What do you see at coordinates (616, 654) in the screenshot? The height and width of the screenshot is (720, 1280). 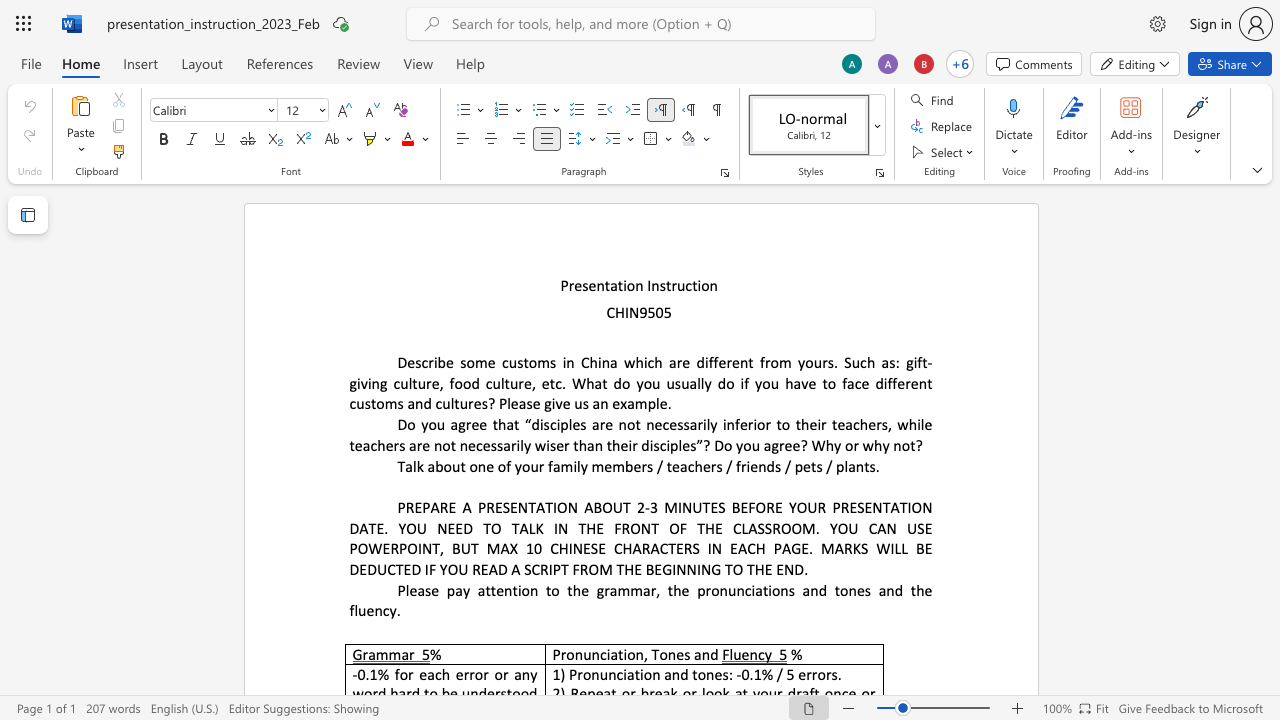 I see `the space between the continuous character "a" and "t" in the text` at bounding box center [616, 654].